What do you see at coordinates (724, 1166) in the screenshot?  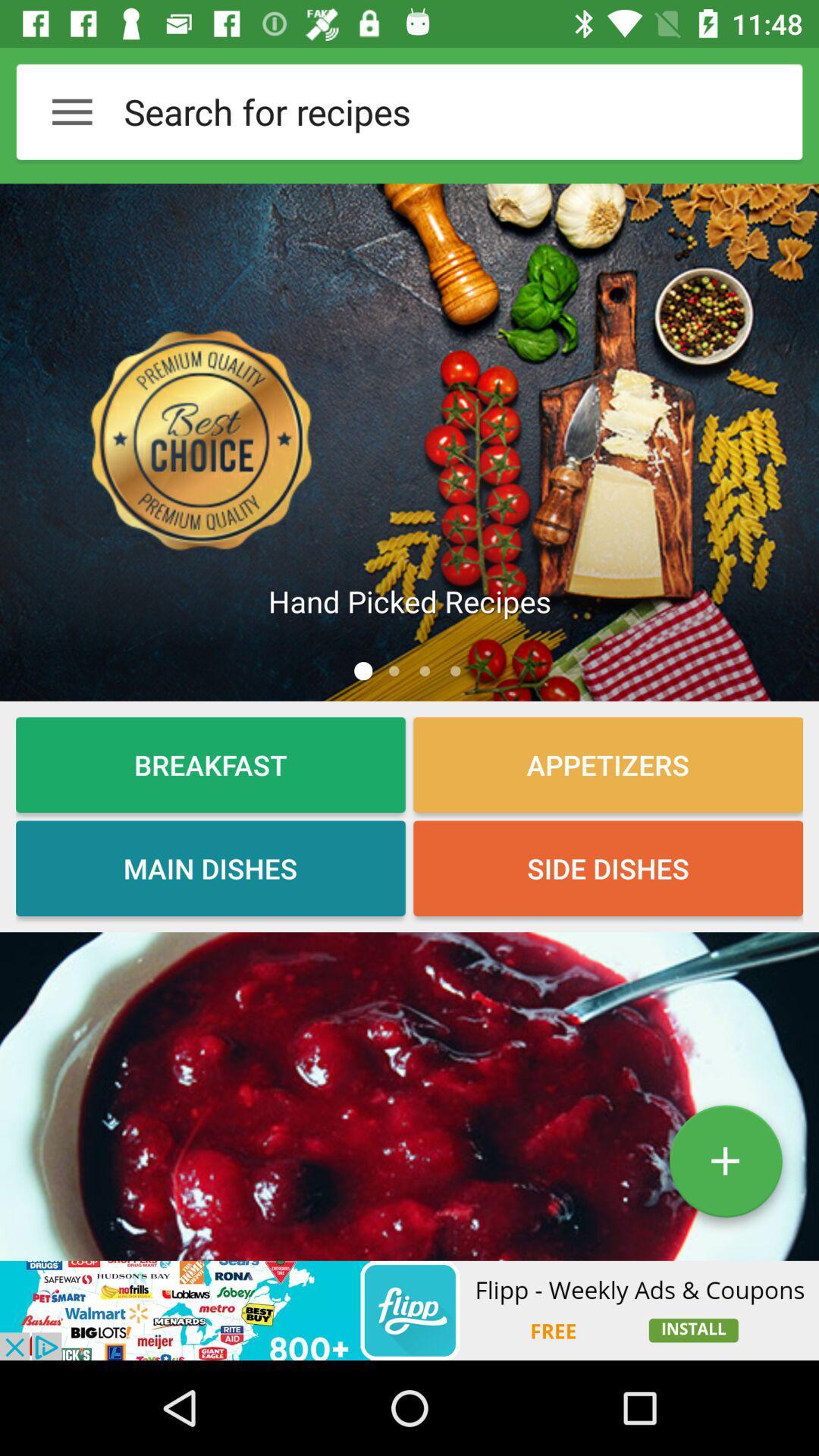 I see `the add icon` at bounding box center [724, 1166].